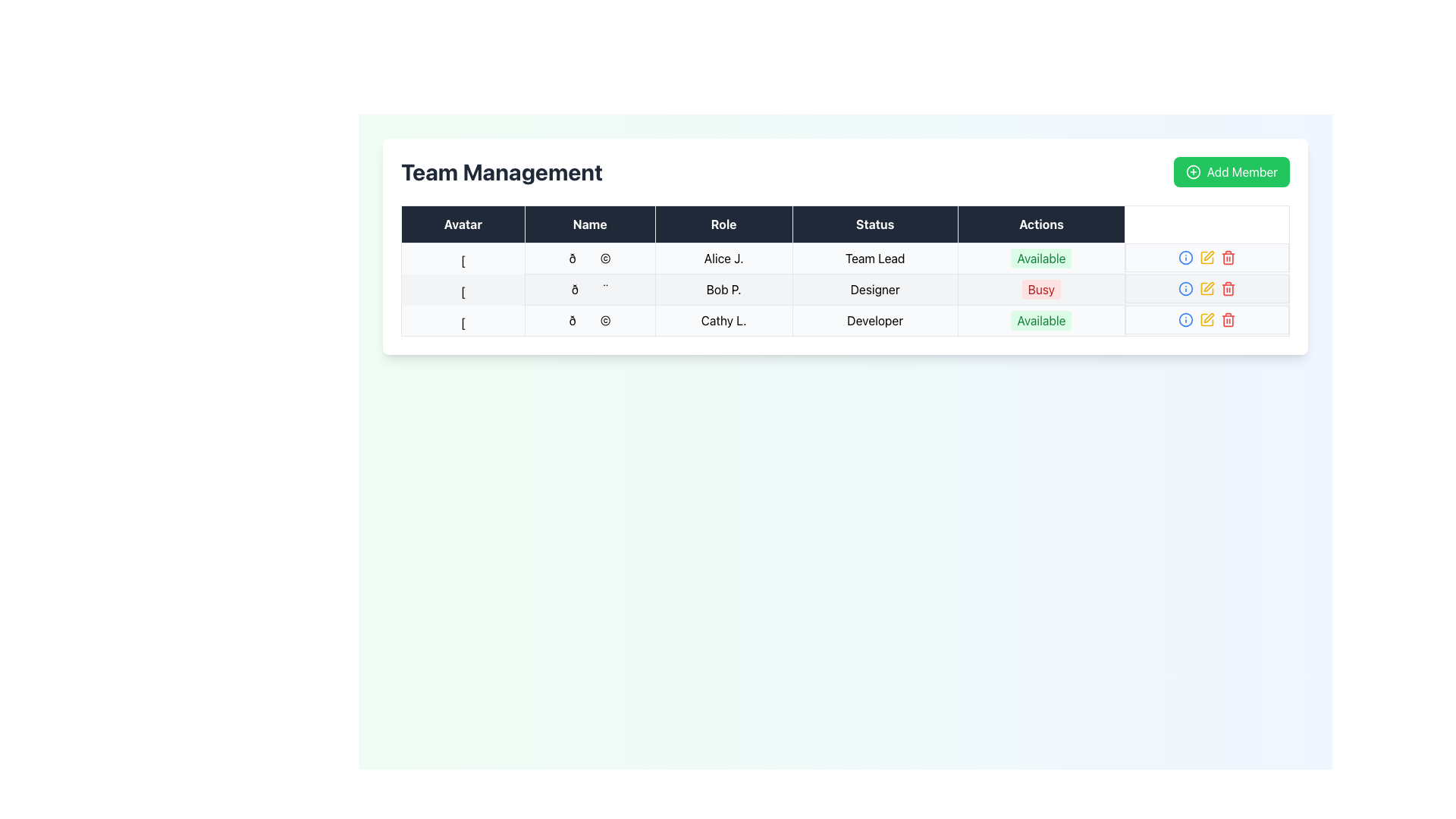  I want to click on the text element displaying the name 'Bob P.' in the second row of the table, which includes the 'Role' as 'Designer' and 'Status' as 'Busy', so click(723, 289).